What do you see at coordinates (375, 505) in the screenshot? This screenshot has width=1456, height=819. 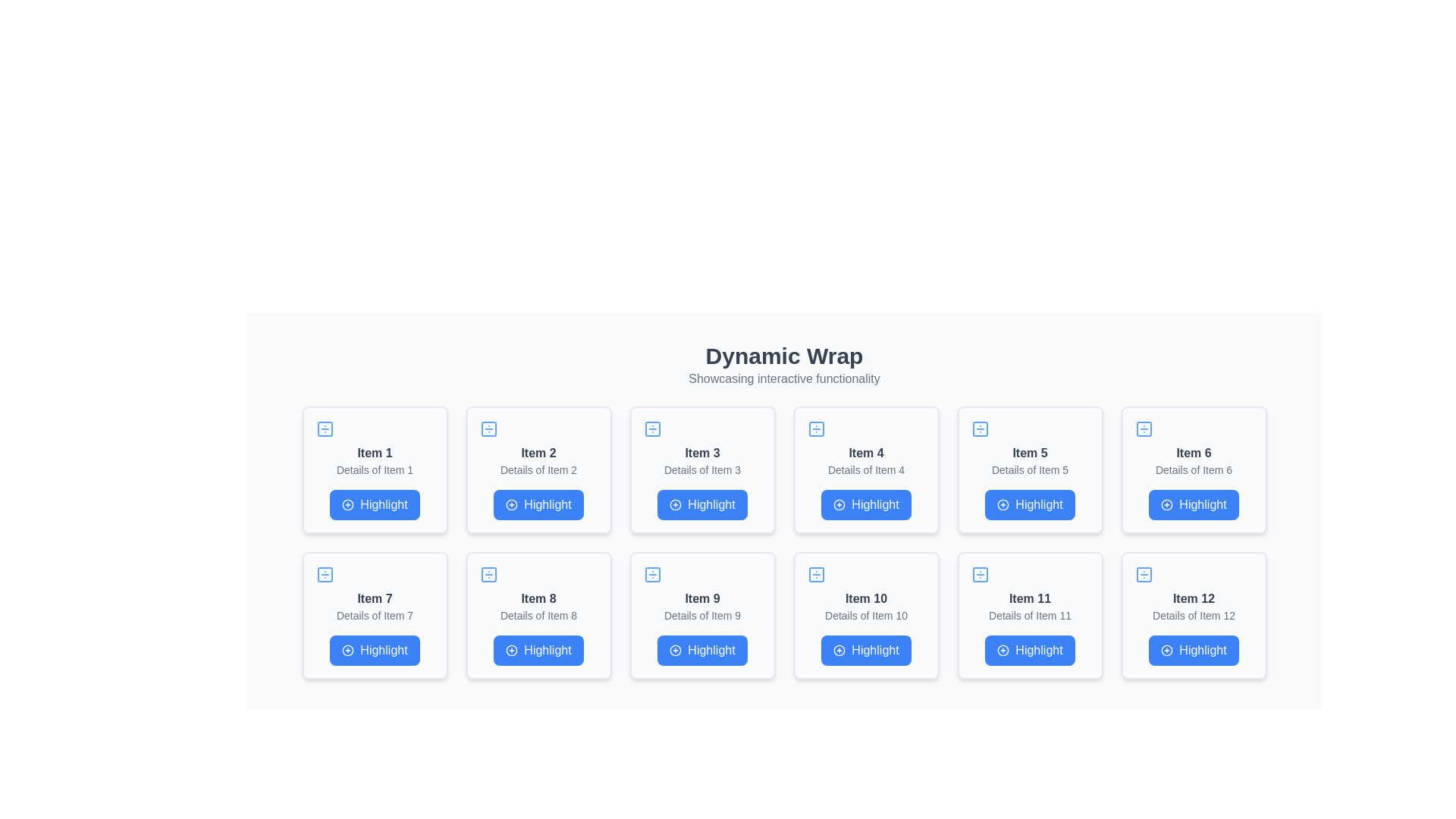 I see `the blue button labeled 'Highlight' with a white plus icon` at bounding box center [375, 505].